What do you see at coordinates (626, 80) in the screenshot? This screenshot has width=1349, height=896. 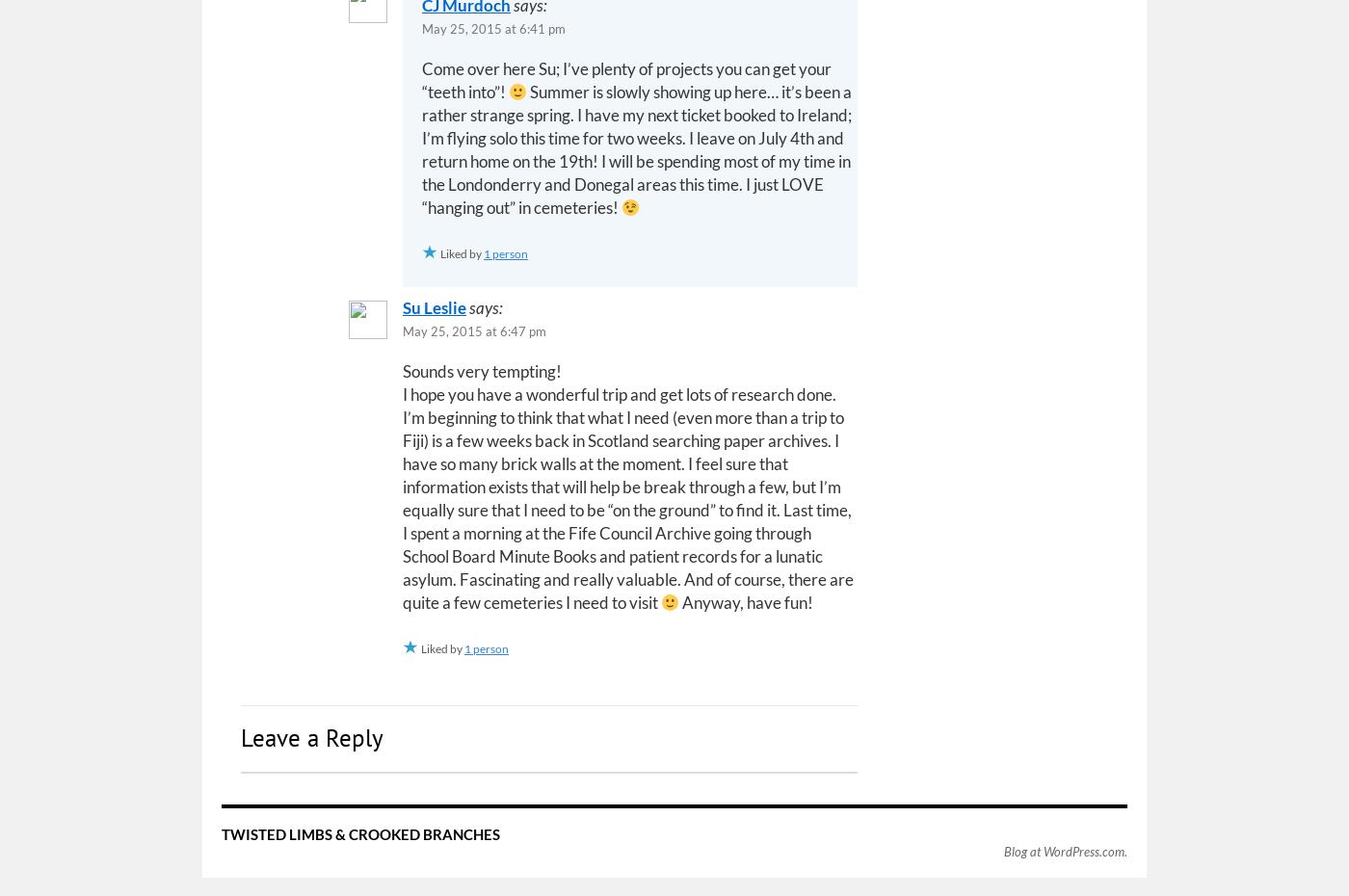 I see `'Come over here Su; I’ve plenty of projects you can get your “teeth into”!'` at bounding box center [626, 80].